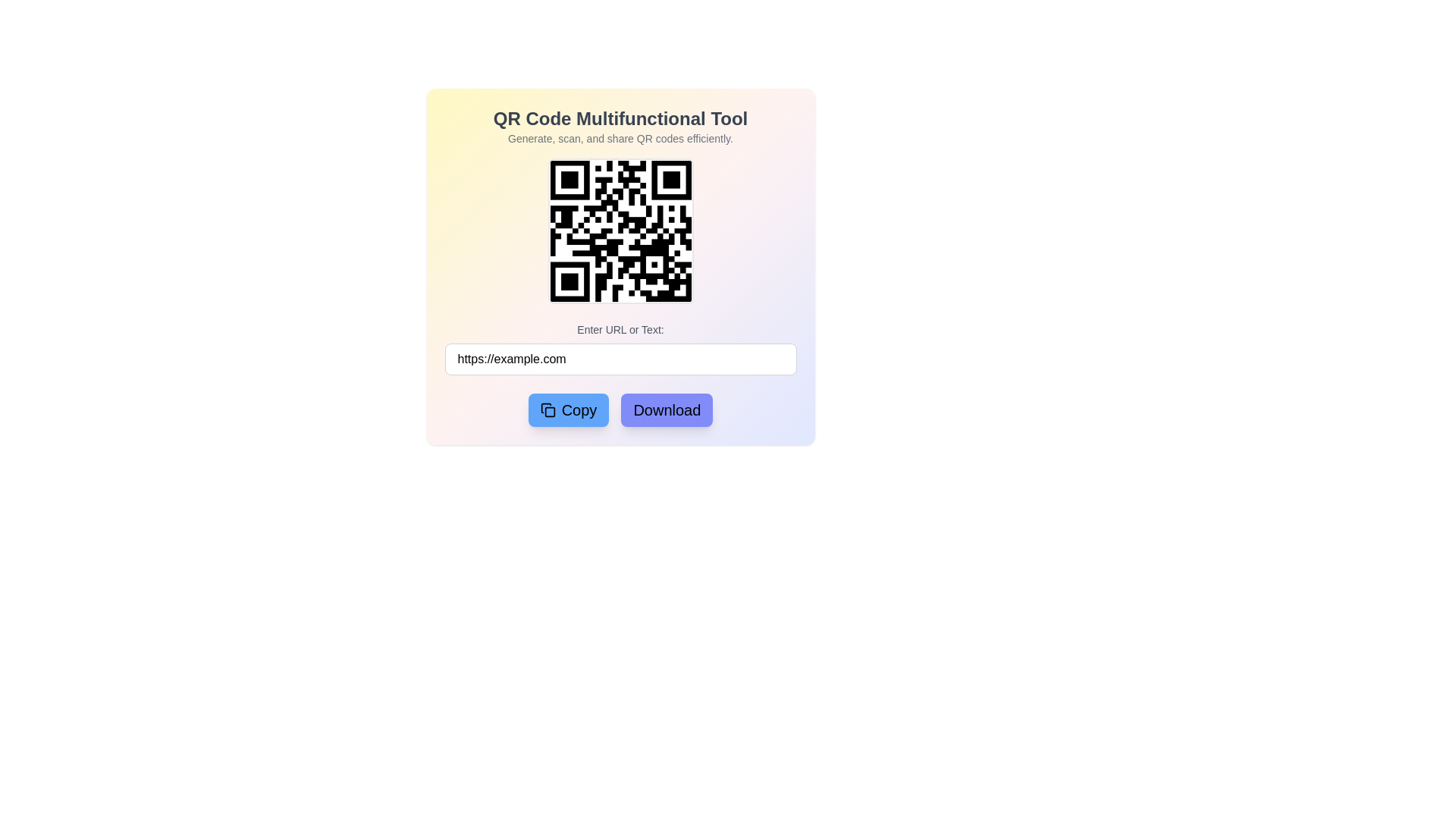 The height and width of the screenshot is (819, 1456). What do you see at coordinates (667, 409) in the screenshot?
I see `text from the 'Download' button which is a bold text label with an indigo background and rounded corners, positioned at the bottom-center of the interface` at bounding box center [667, 409].